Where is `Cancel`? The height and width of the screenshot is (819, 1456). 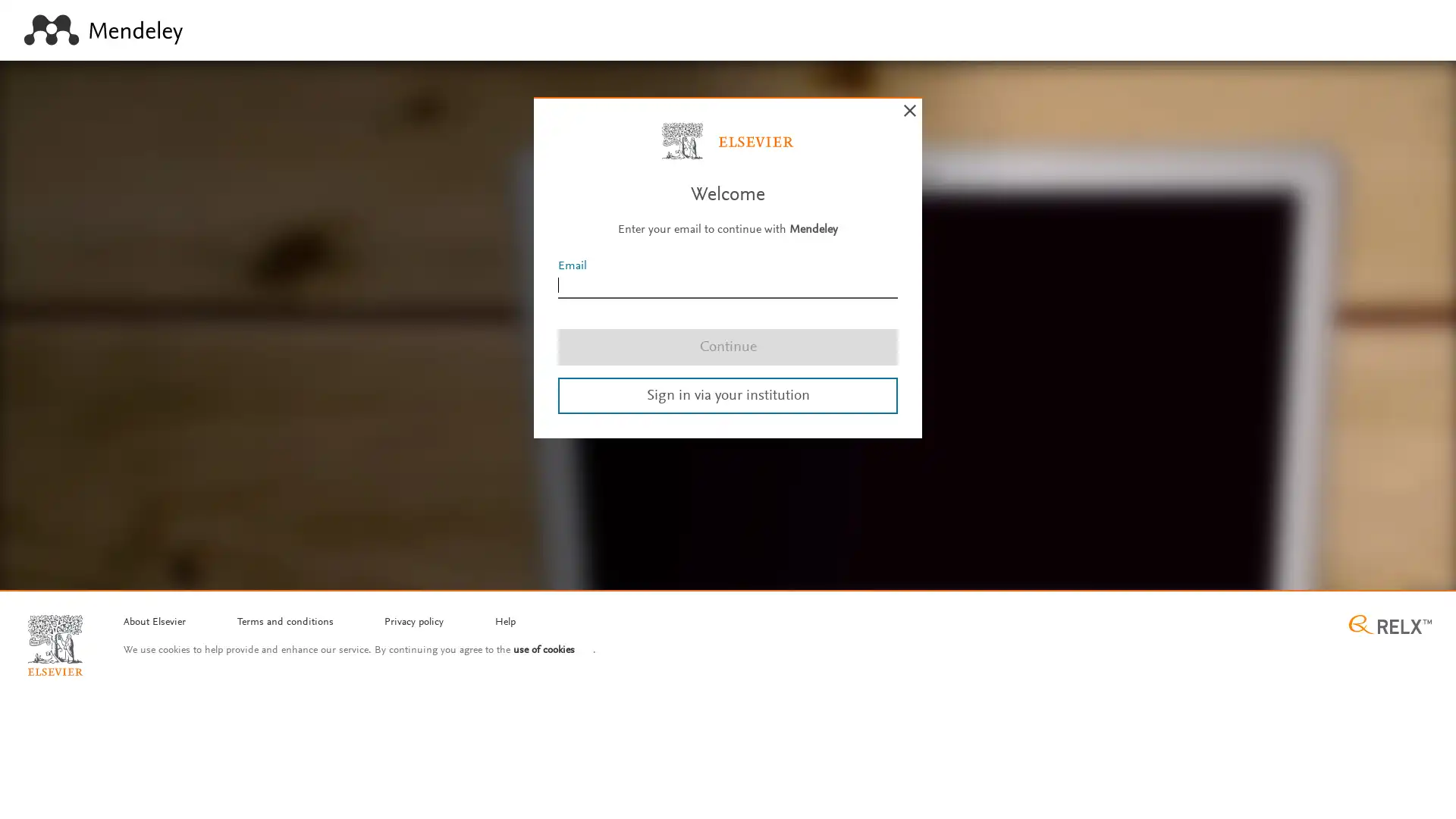 Cancel is located at coordinates (910, 110).